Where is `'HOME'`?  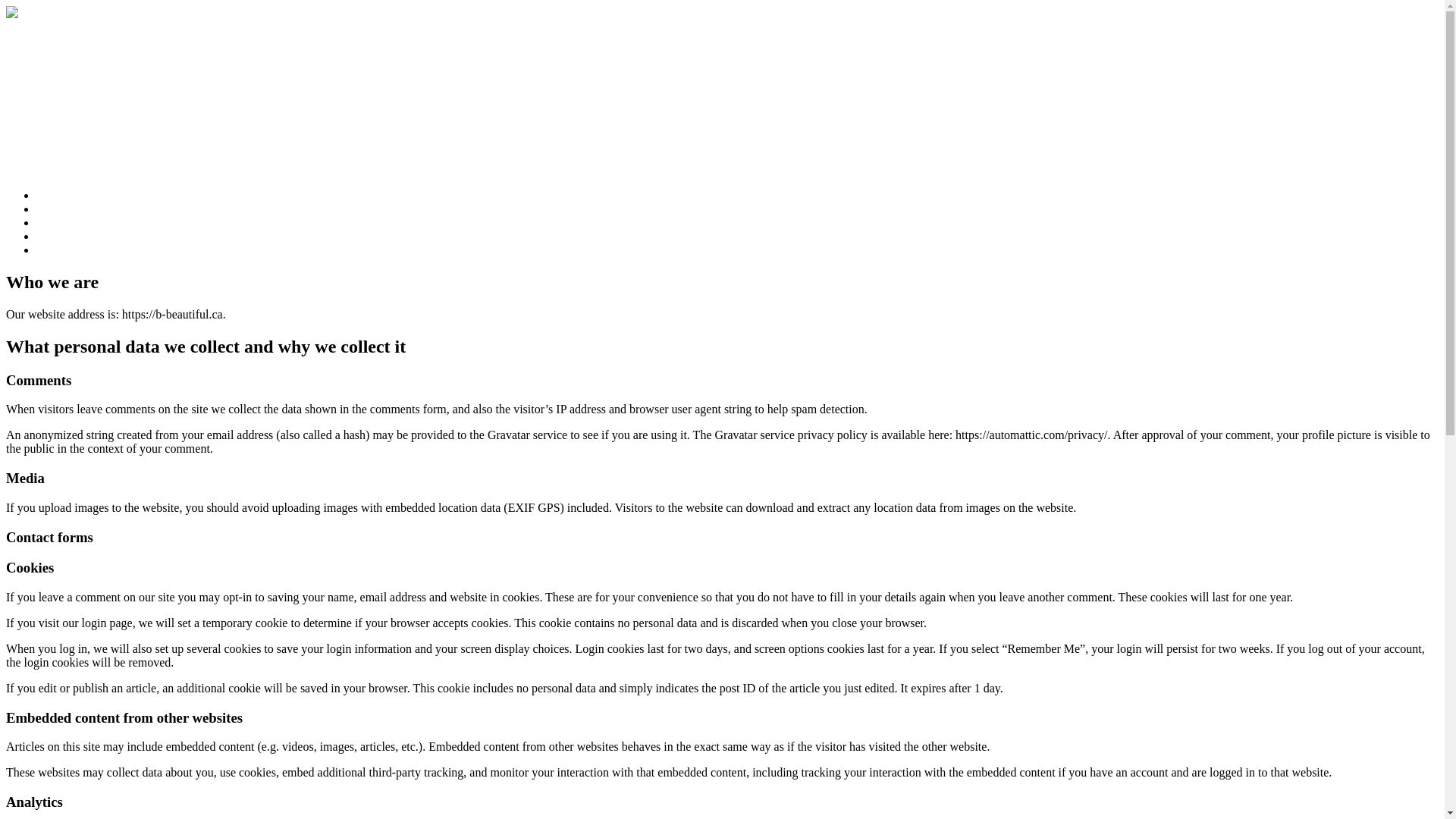 'HOME' is located at coordinates (54, 194).